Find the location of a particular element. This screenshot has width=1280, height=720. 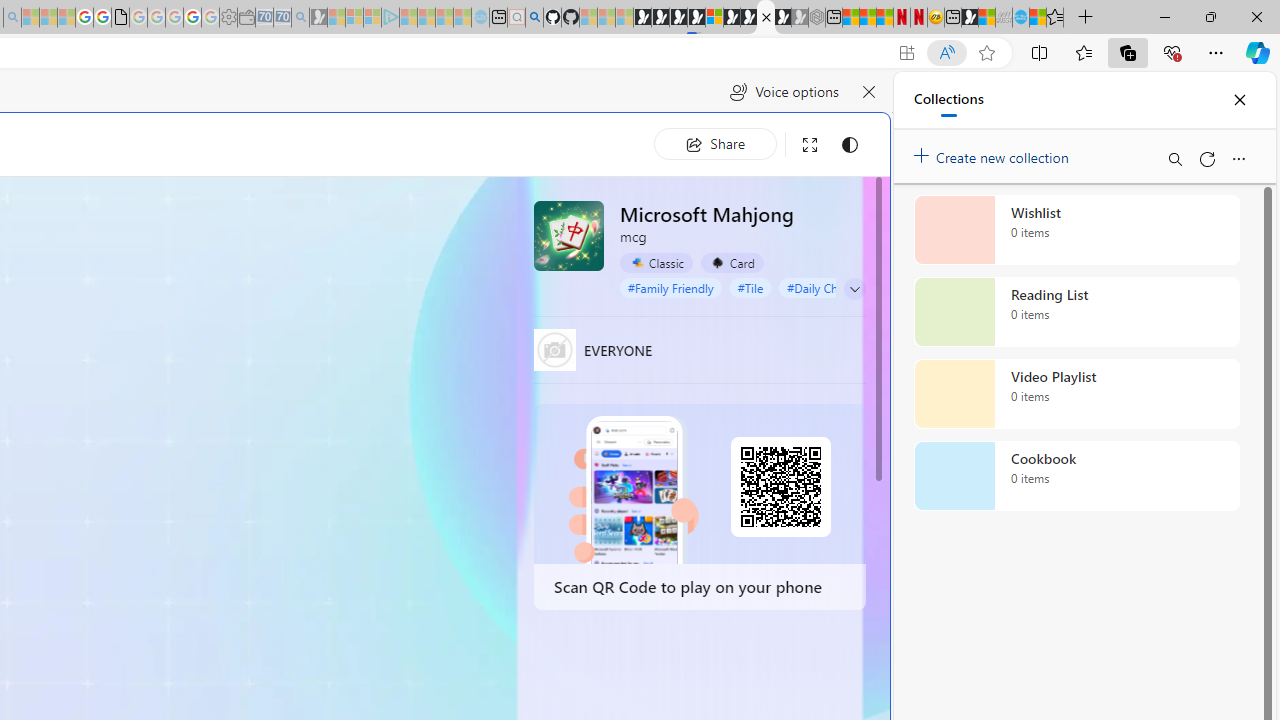

'More options menu' is located at coordinates (1237, 158).